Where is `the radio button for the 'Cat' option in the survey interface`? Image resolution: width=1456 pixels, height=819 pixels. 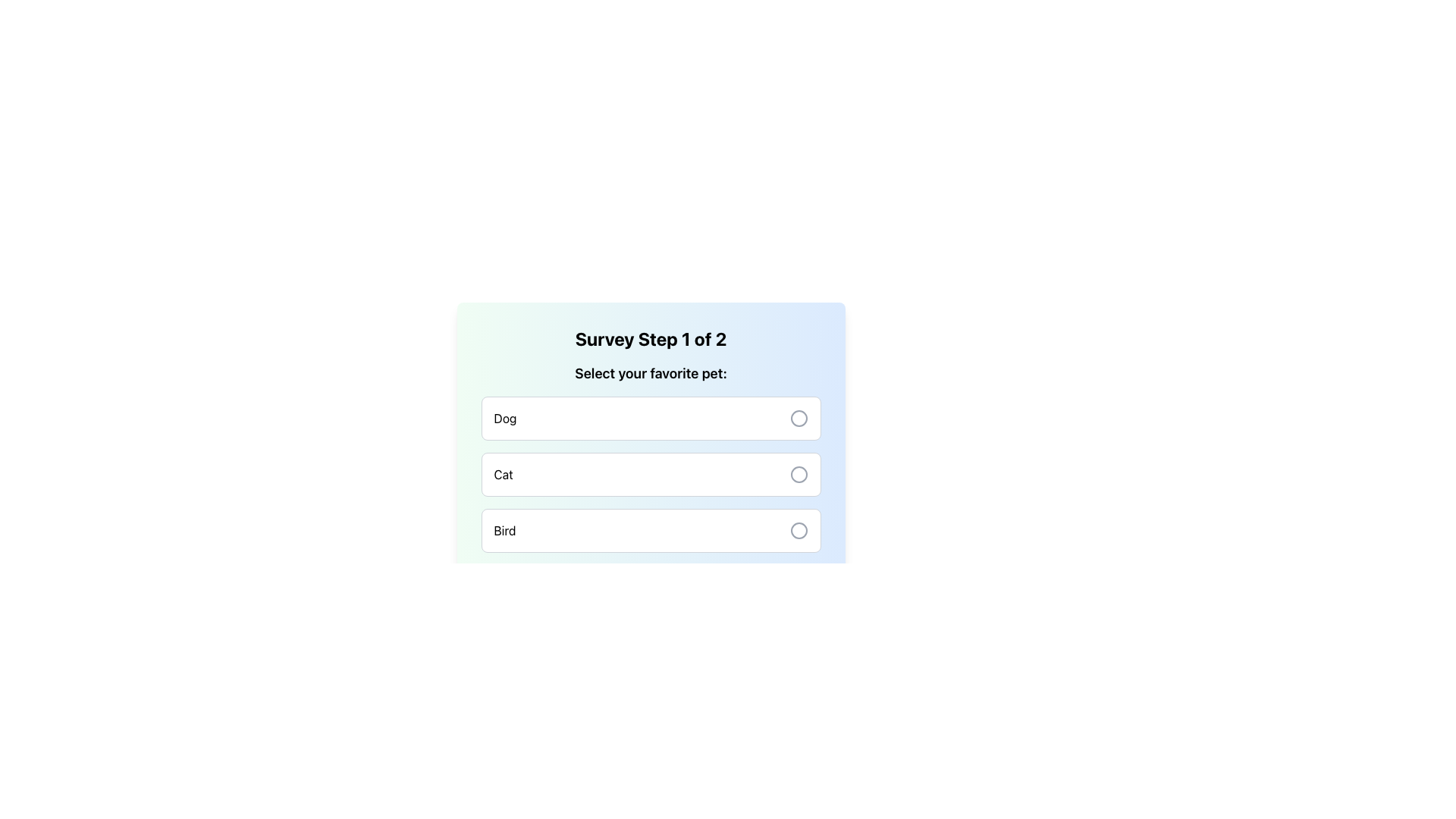 the radio button for the 'Cat' option in the survey interface is located at coordinates (798, 473).